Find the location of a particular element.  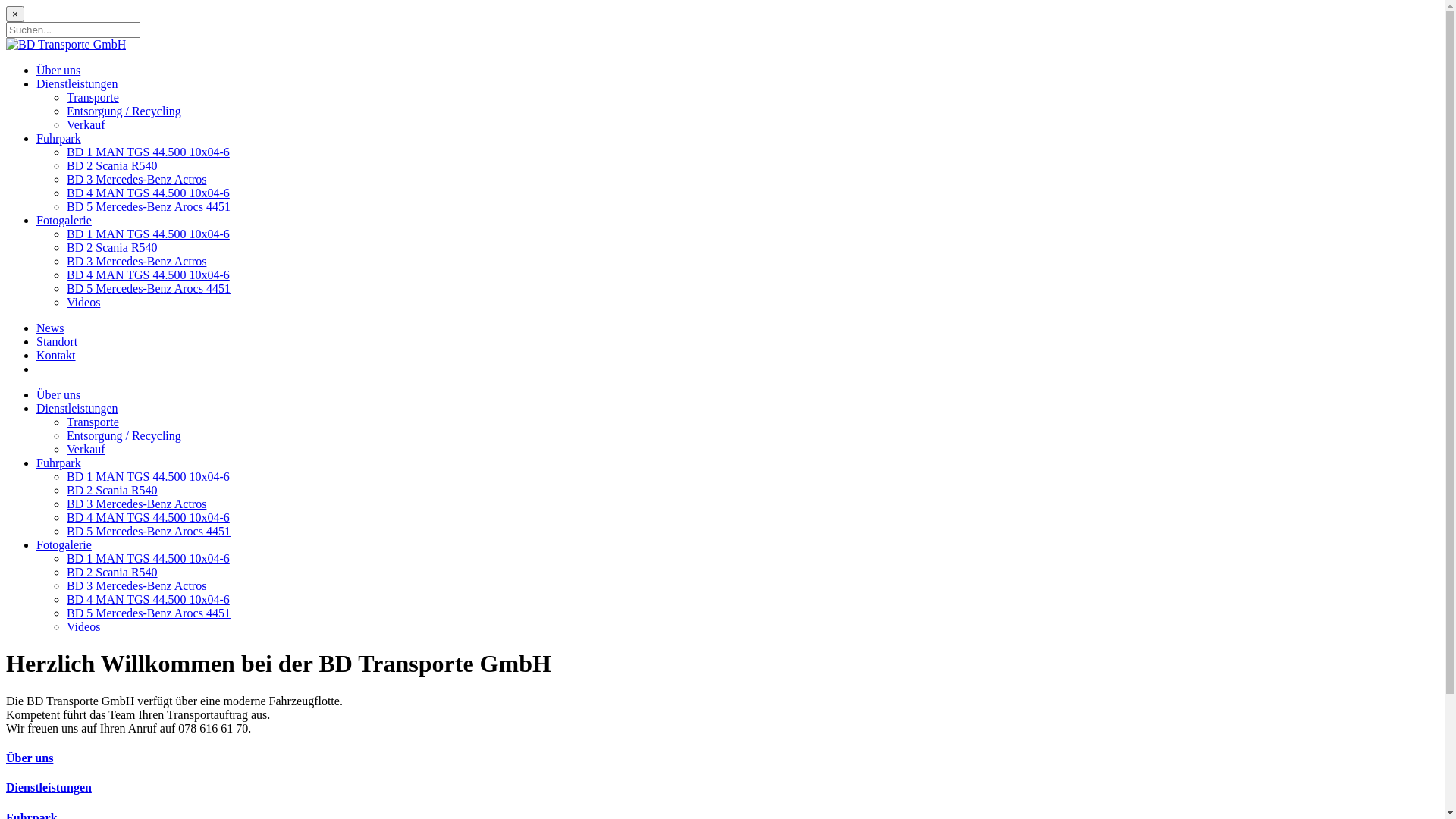

'BD 3 Mercedes-Benz Actros' is located at coordinates (65, 585).